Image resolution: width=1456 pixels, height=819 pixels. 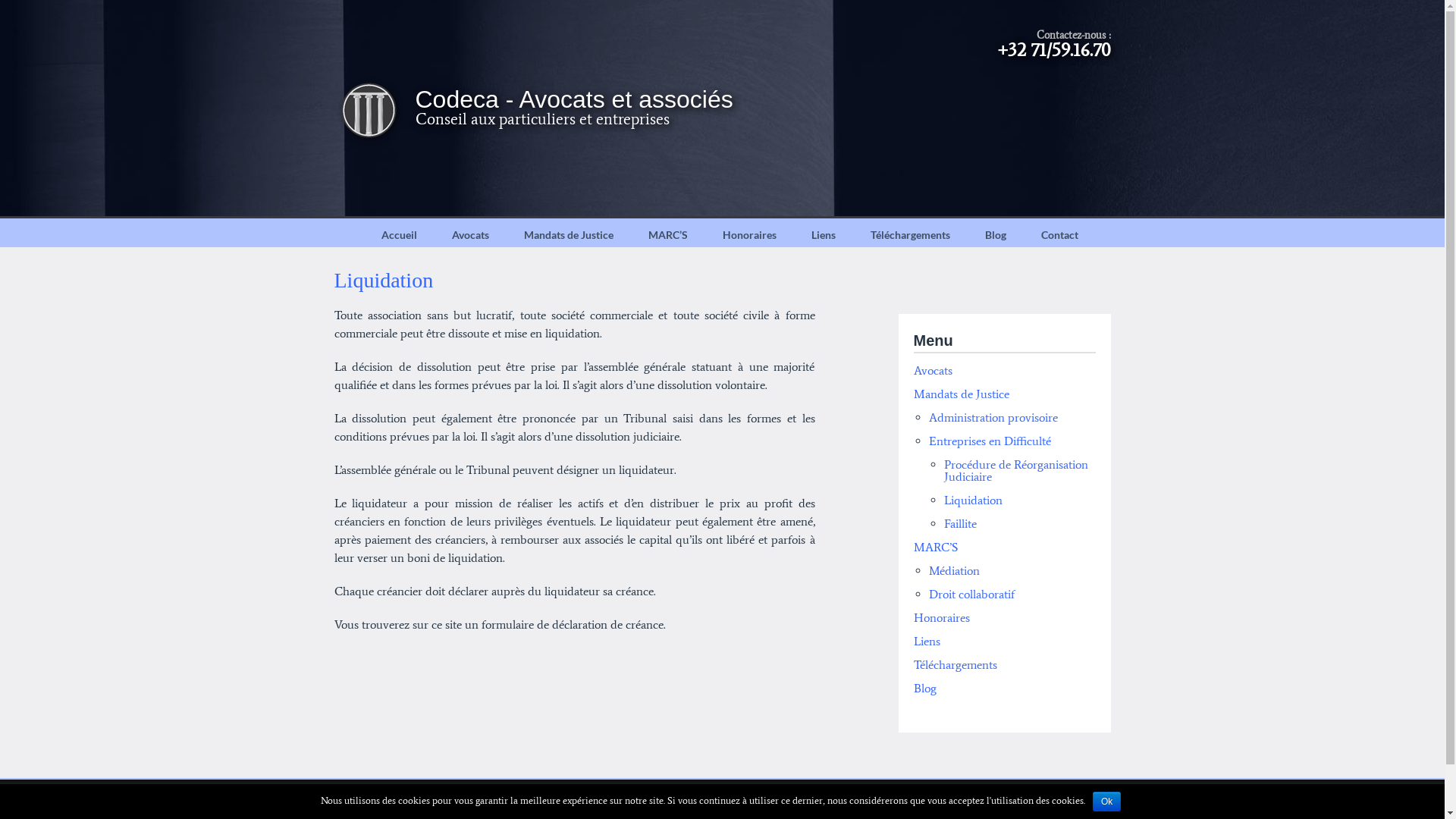 I want to click on 'Contact', so click(x=1059, y=234).